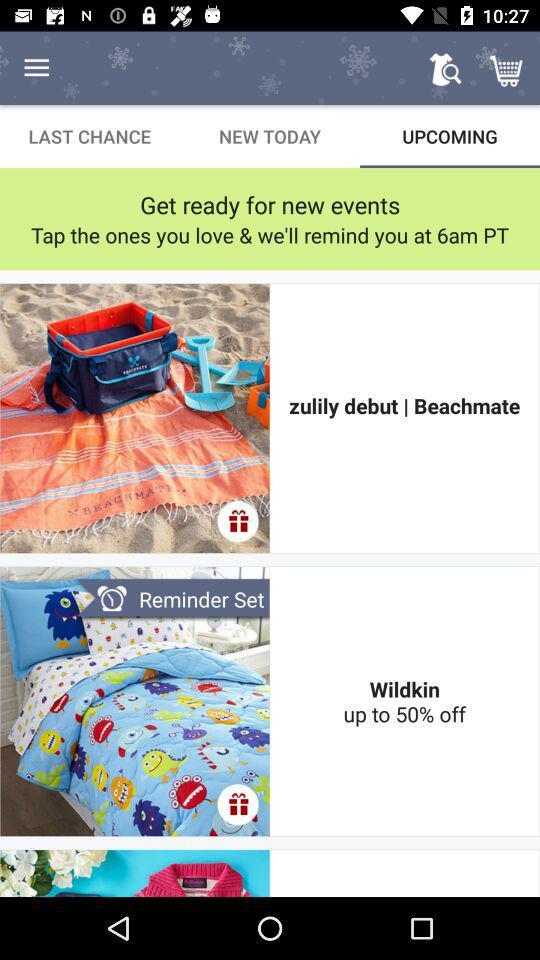 This screenshot has height=960, width=540. What do you see at coordinates (270, 235) in the screenshot?
I see `tap the ones` at bounding box center [270, 235].